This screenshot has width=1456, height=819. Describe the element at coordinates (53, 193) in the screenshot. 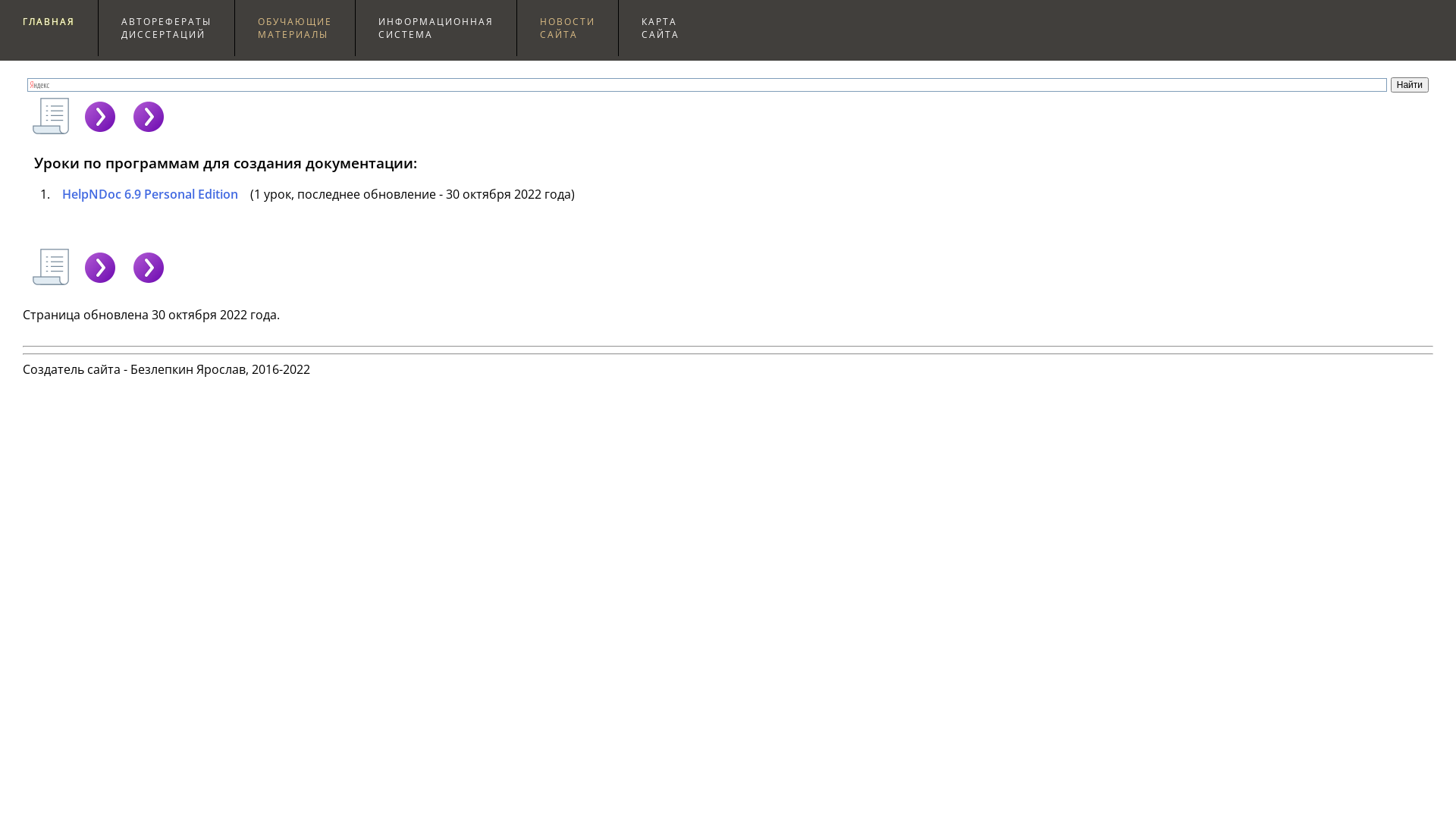

I see `'   HelpNDoc 6.9 Personal Edition'` at that location.